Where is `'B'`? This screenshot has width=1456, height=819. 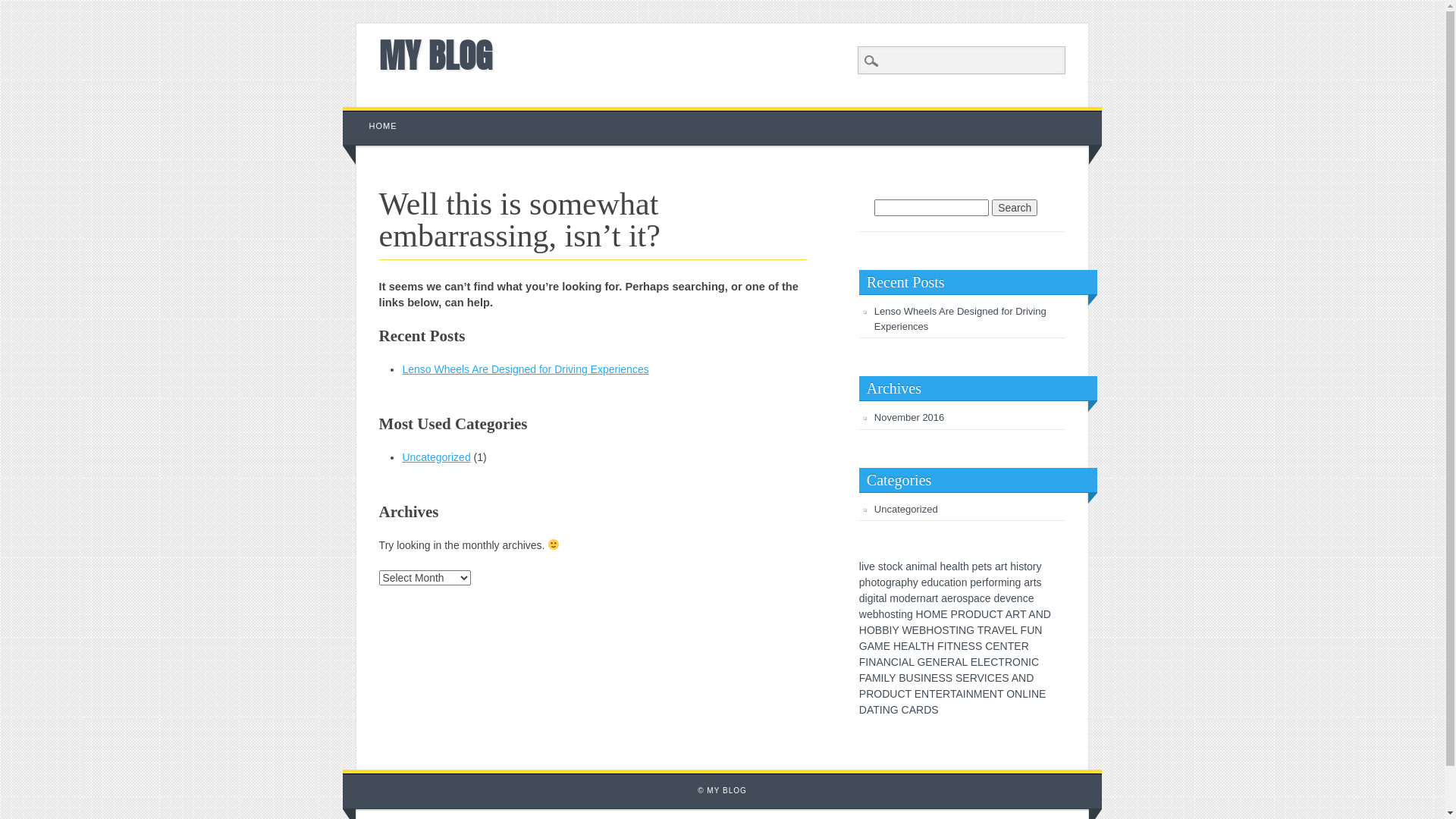 'B' is located at coordinates (902, 677).